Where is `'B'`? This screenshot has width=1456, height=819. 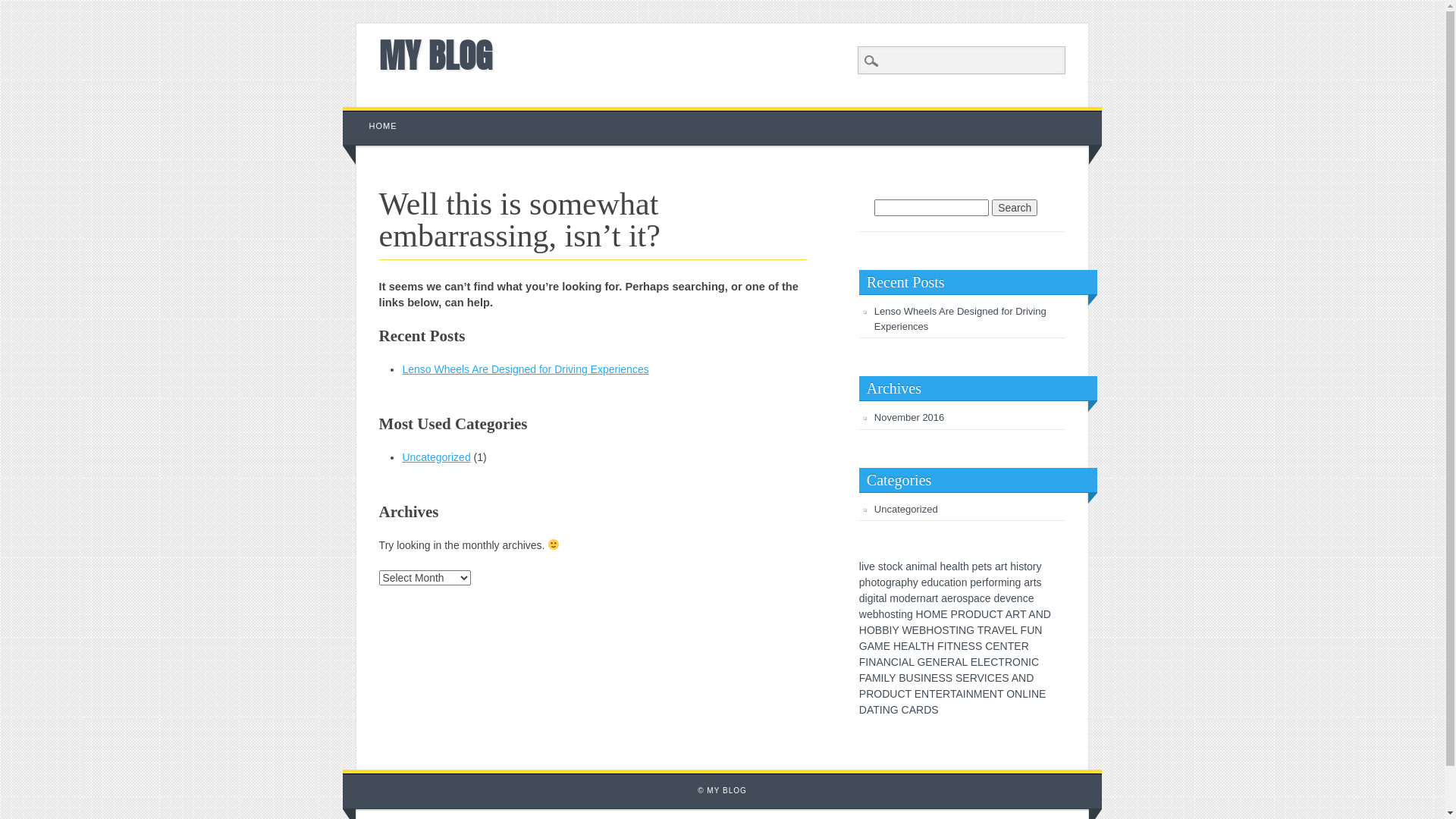 'B' is located at coordinates (902, 677).